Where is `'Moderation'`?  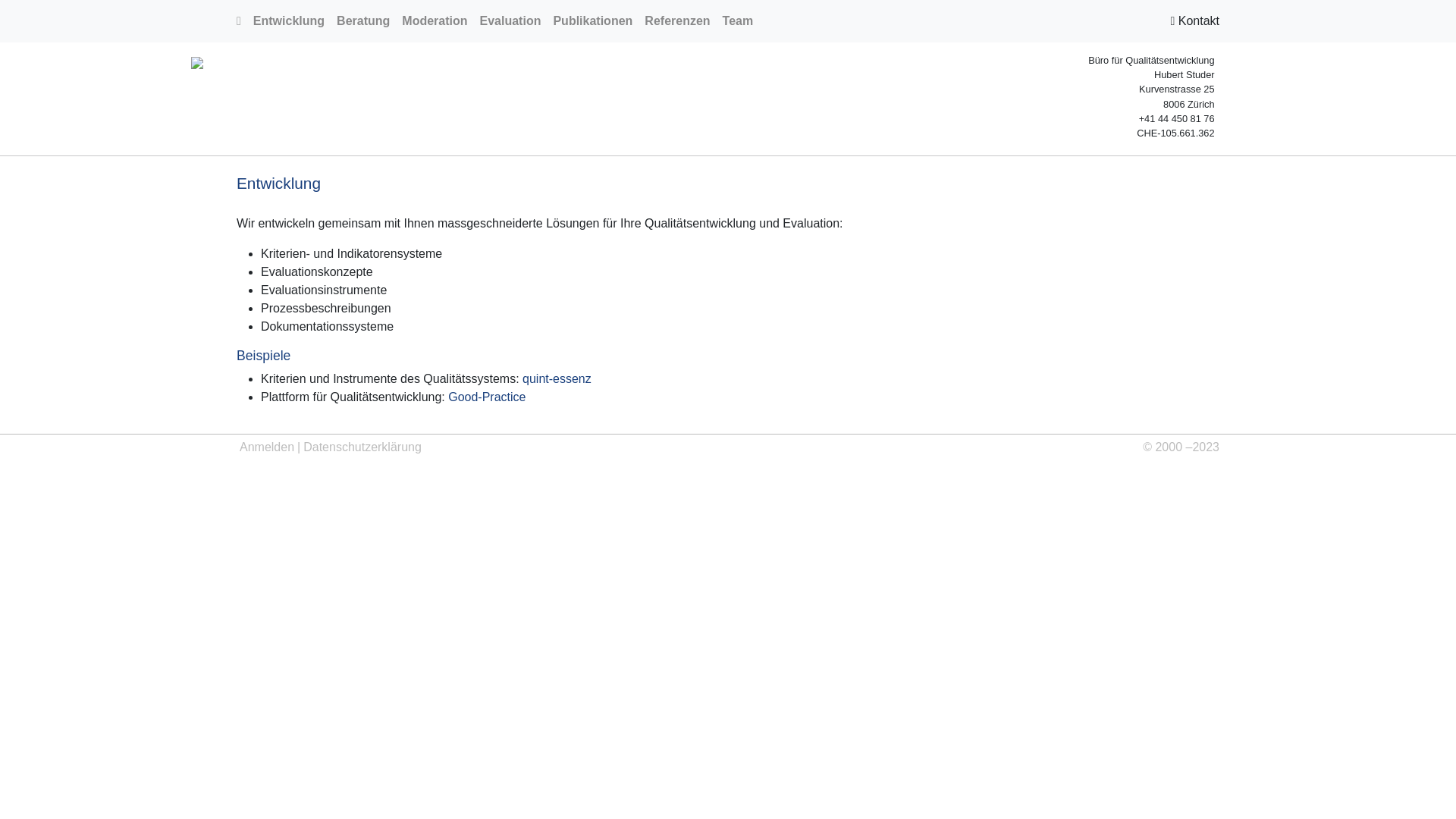
'Moderation' is located at coordinates (396, 20).